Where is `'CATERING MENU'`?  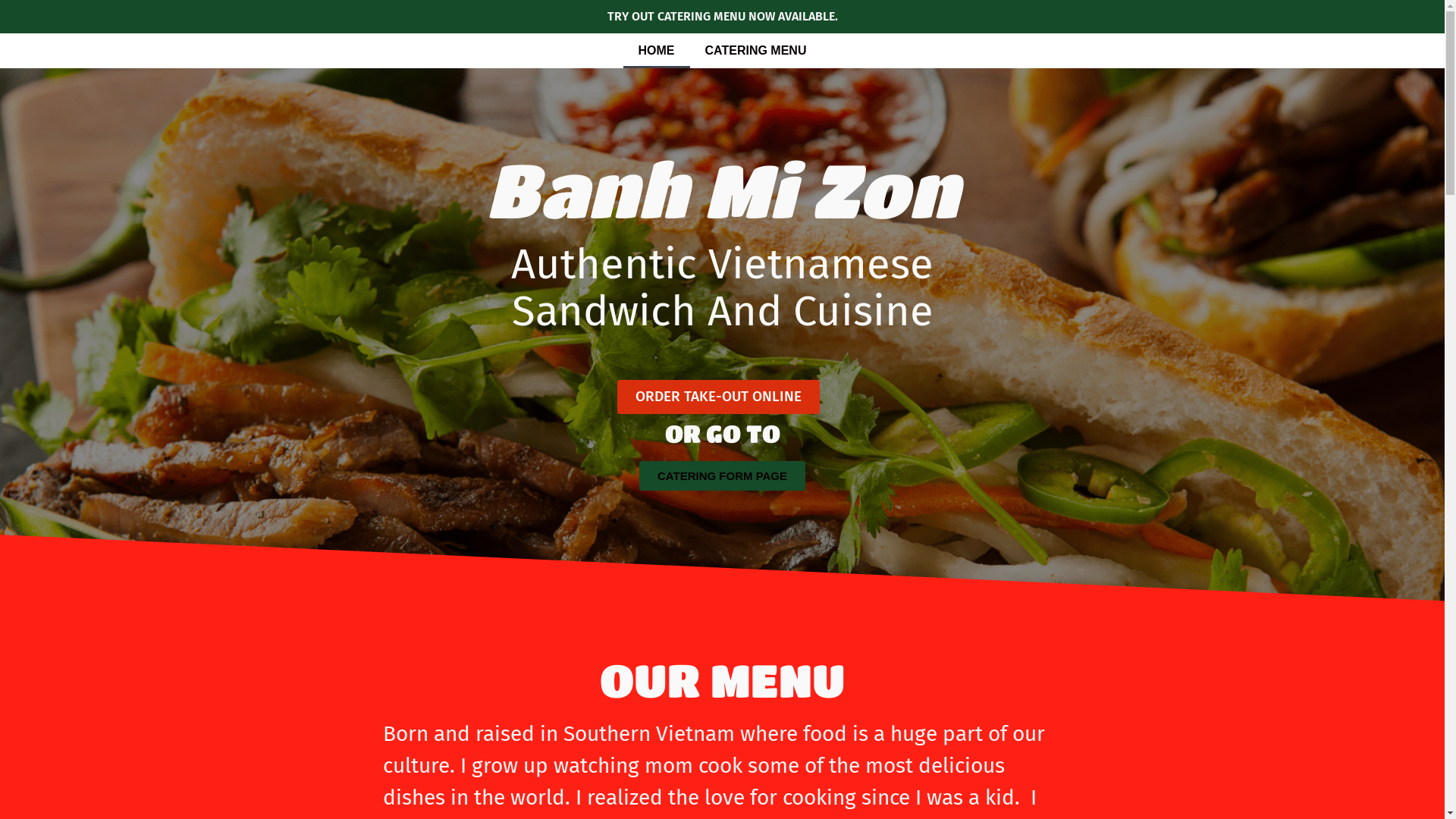
'CATERING MENU' is located at coordinates (756, 49).